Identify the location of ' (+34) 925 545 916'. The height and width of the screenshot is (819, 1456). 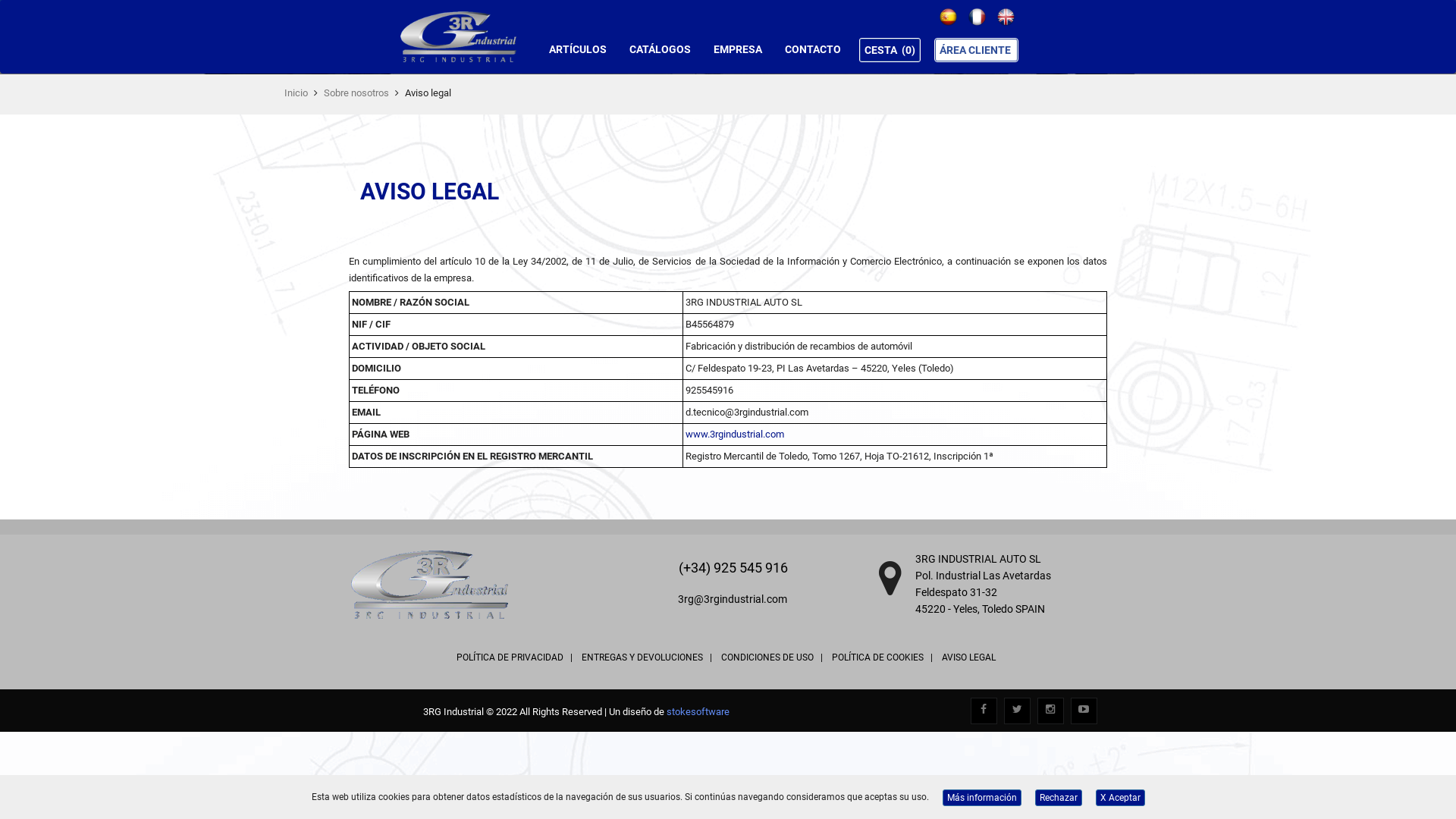
(675, 567).